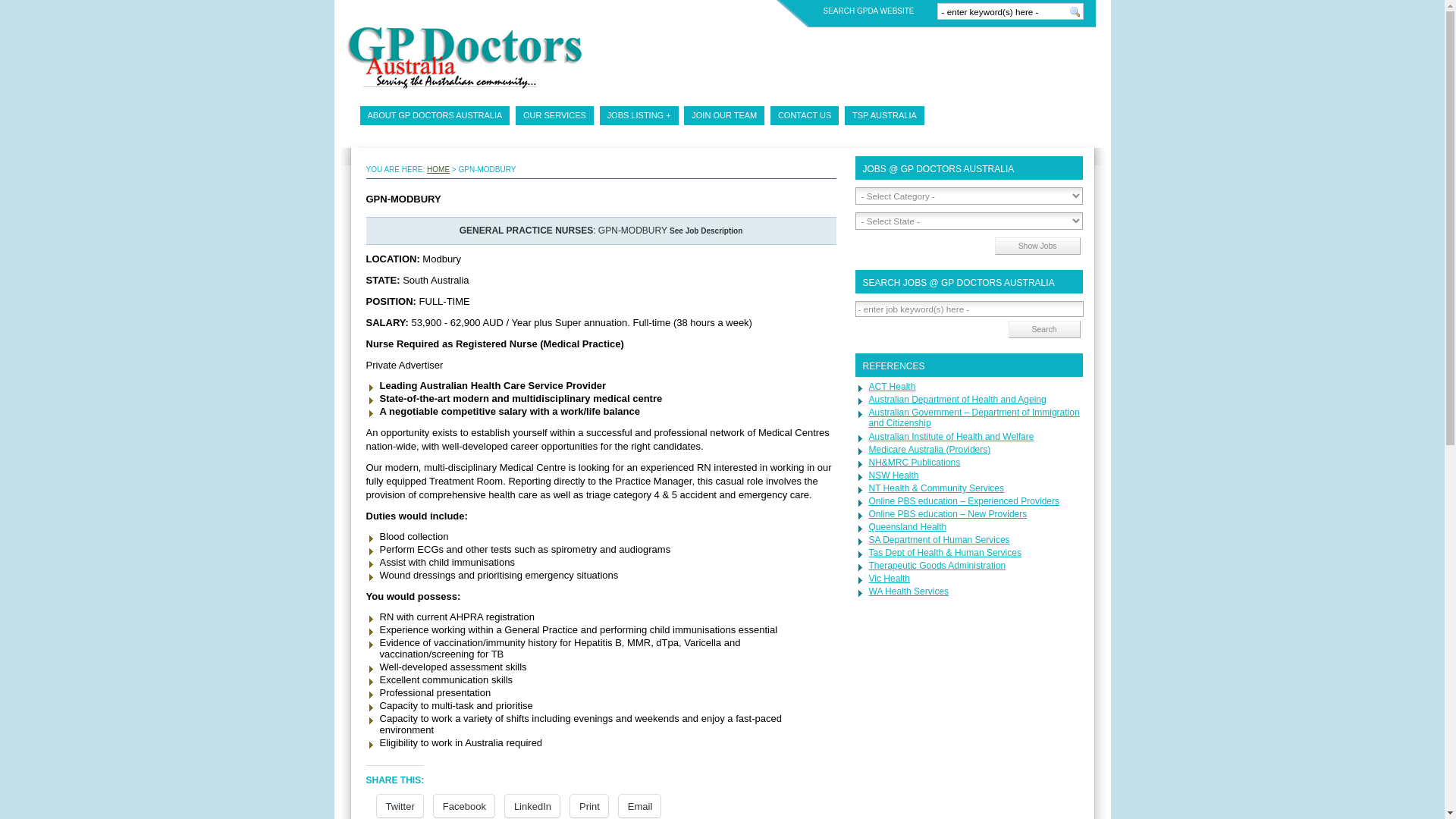  What do you see at coordinates (804, 115) in the screenshot?
I see `'CONTACT US'` at bounding box center [804, 115].